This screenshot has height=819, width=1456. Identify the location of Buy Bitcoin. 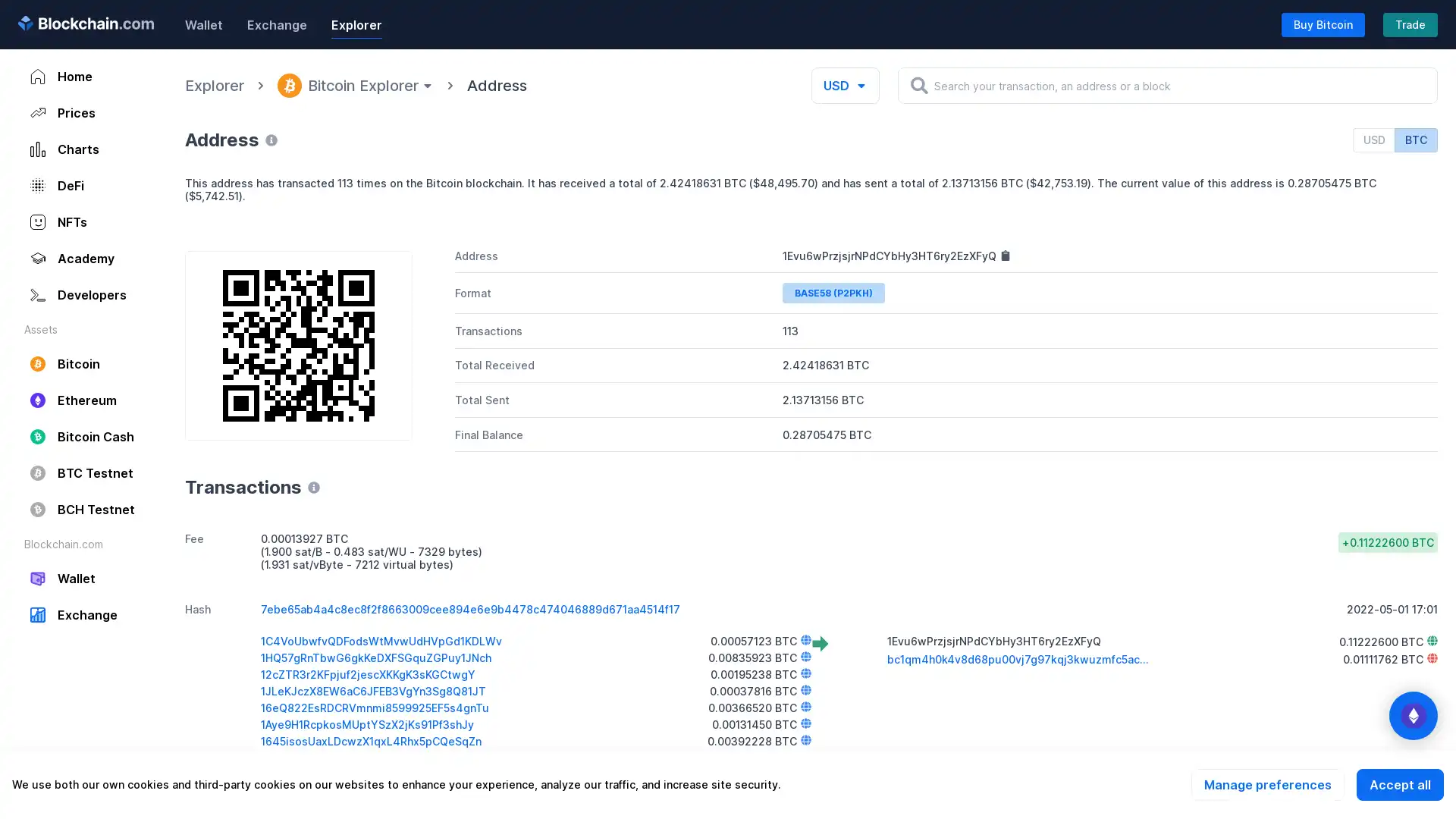
(1323, 24).